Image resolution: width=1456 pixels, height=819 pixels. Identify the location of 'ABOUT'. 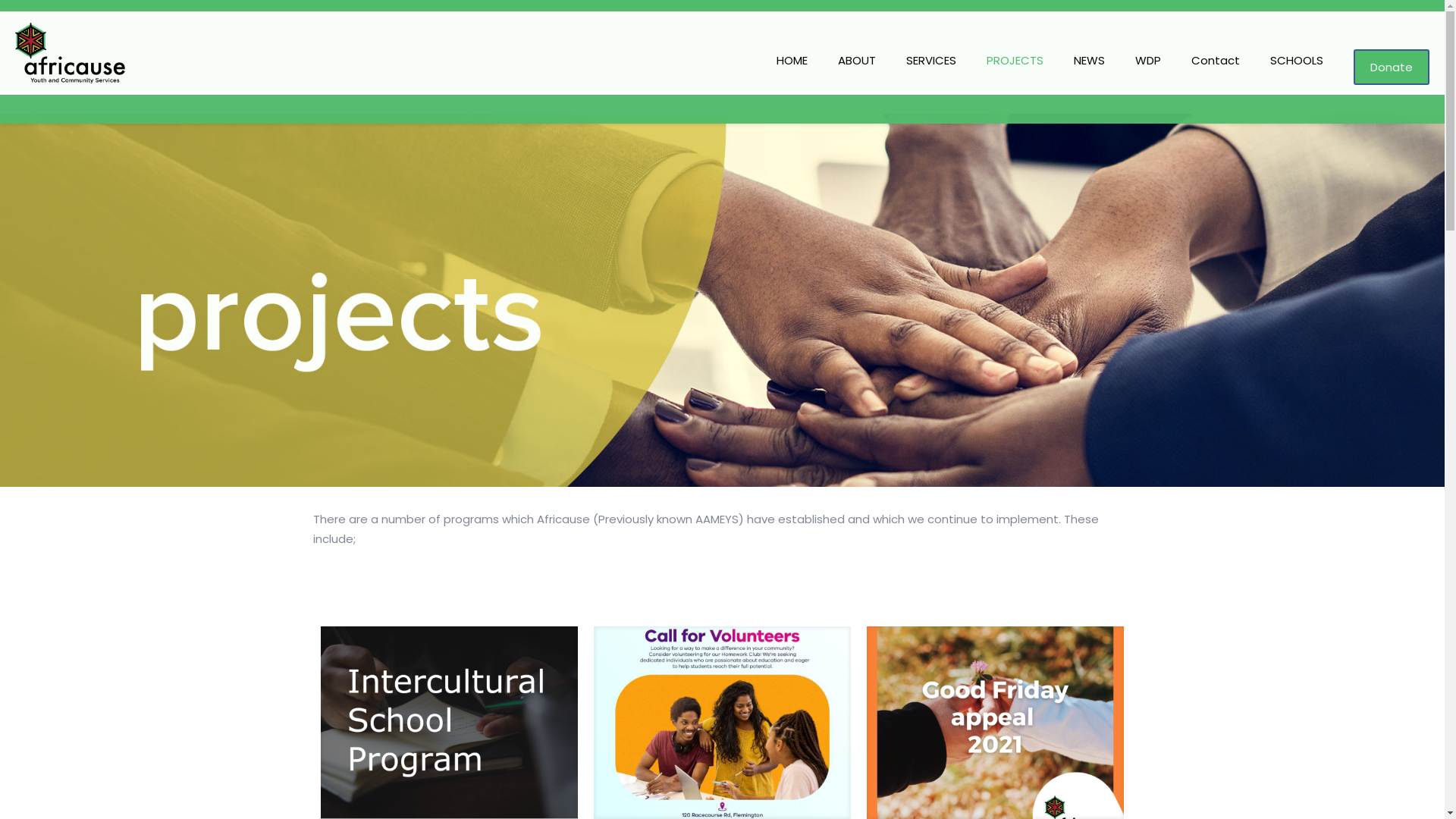
(856, 60).